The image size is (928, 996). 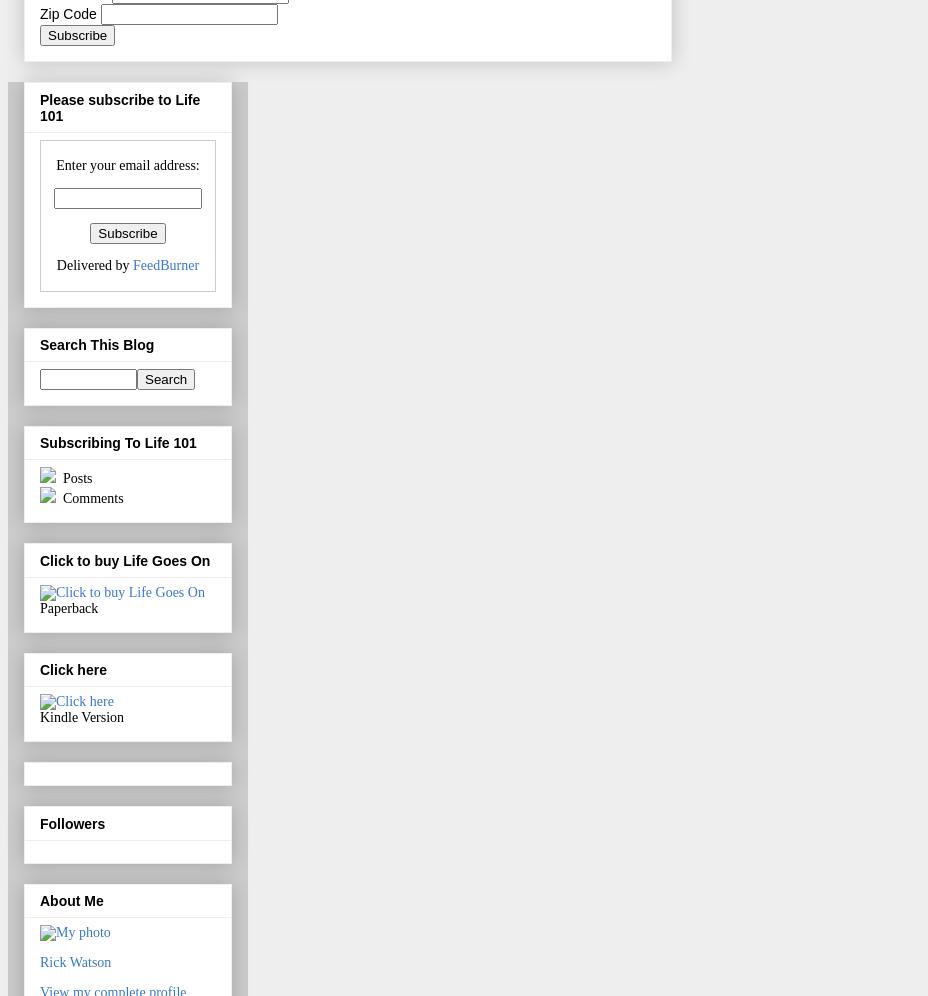 I want to click on 'Enter your email address:', so click(x=127, y=163).